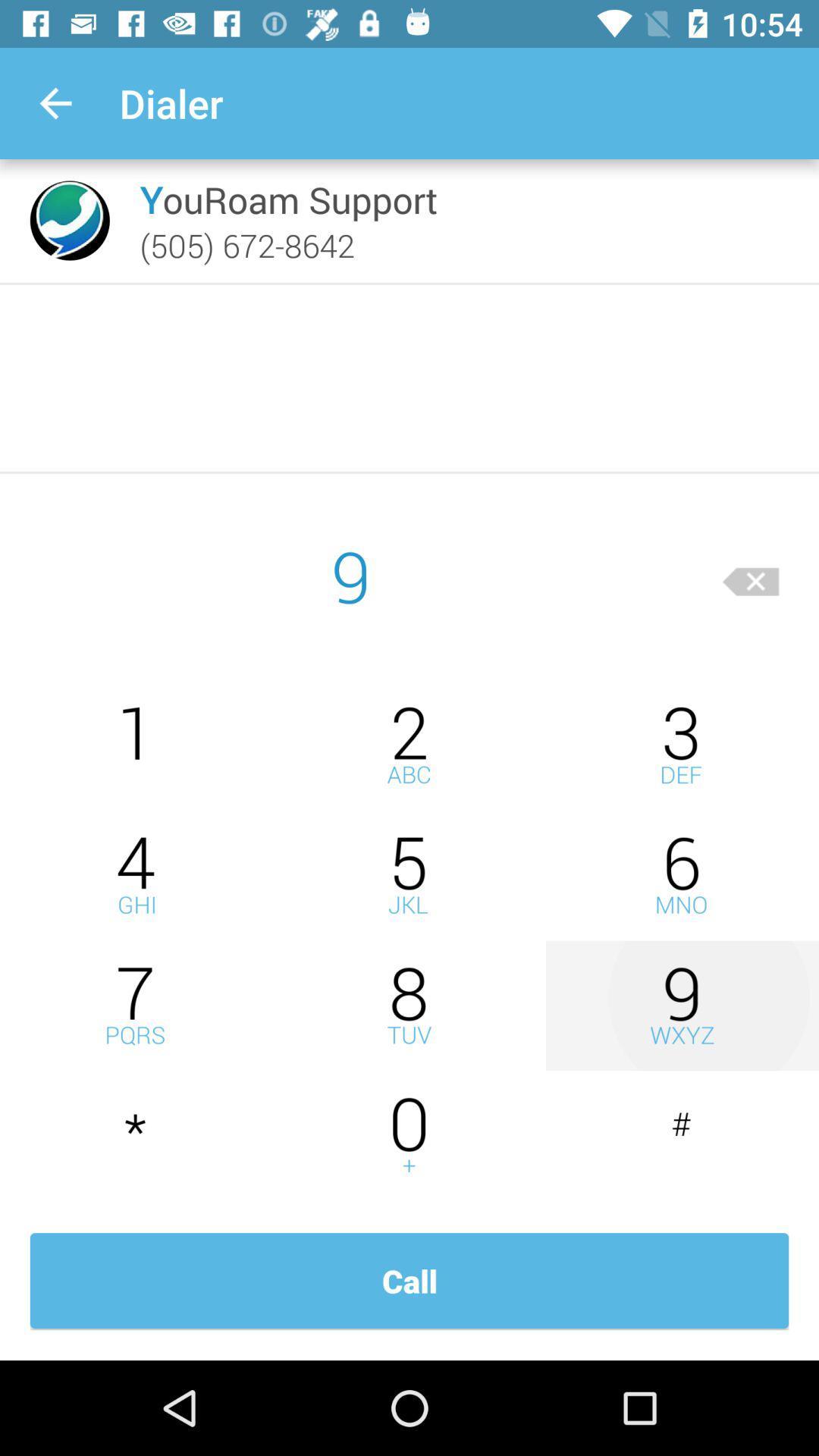  I want to click on asterisk on keyboard, so click(136, 1136).